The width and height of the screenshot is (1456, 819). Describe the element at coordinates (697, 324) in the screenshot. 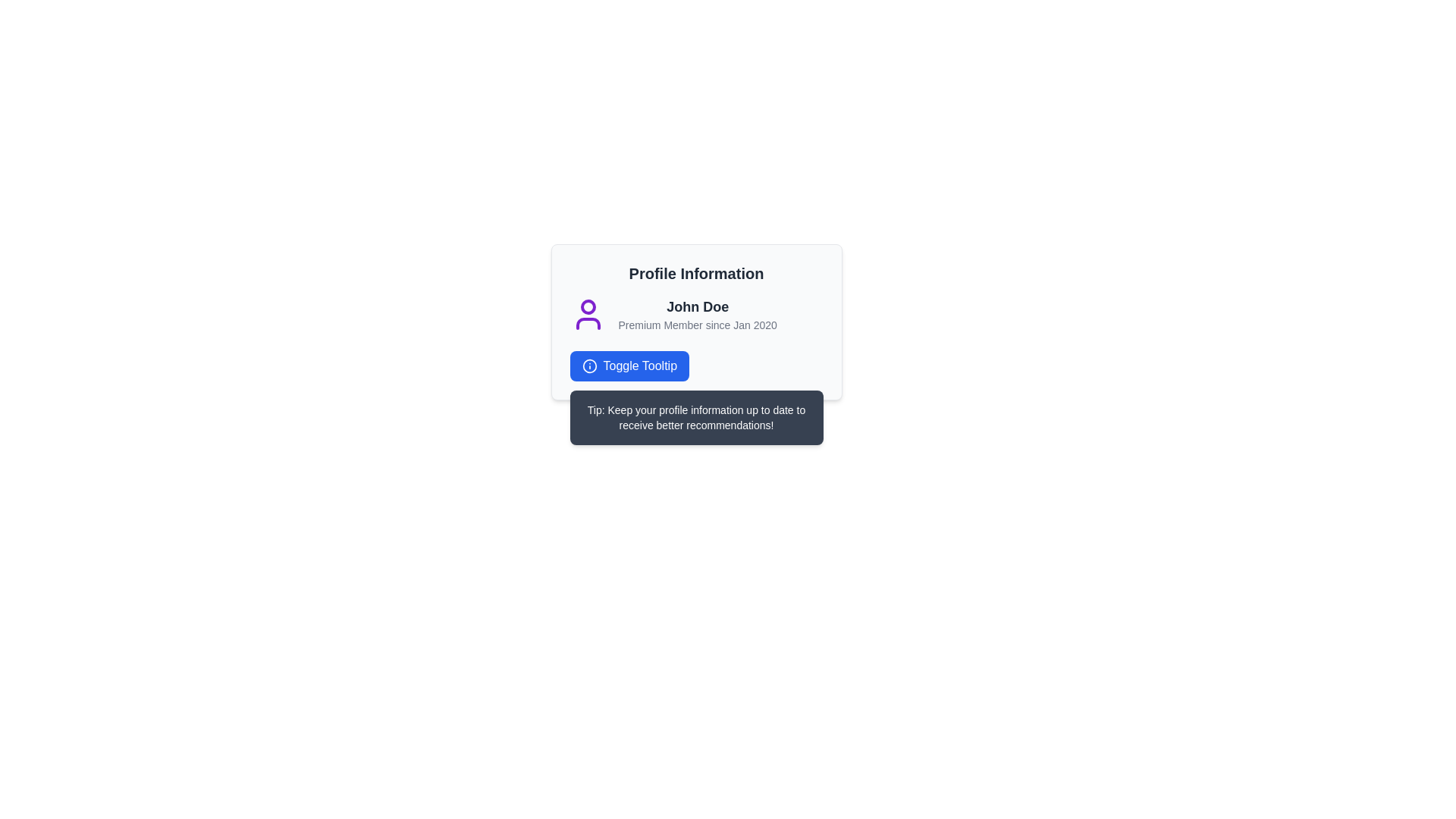

I see `the static text label displaying 'Premium Member since Jan 2020', which is positioned directly below 'John Doe' in the profile card interface` at that location.